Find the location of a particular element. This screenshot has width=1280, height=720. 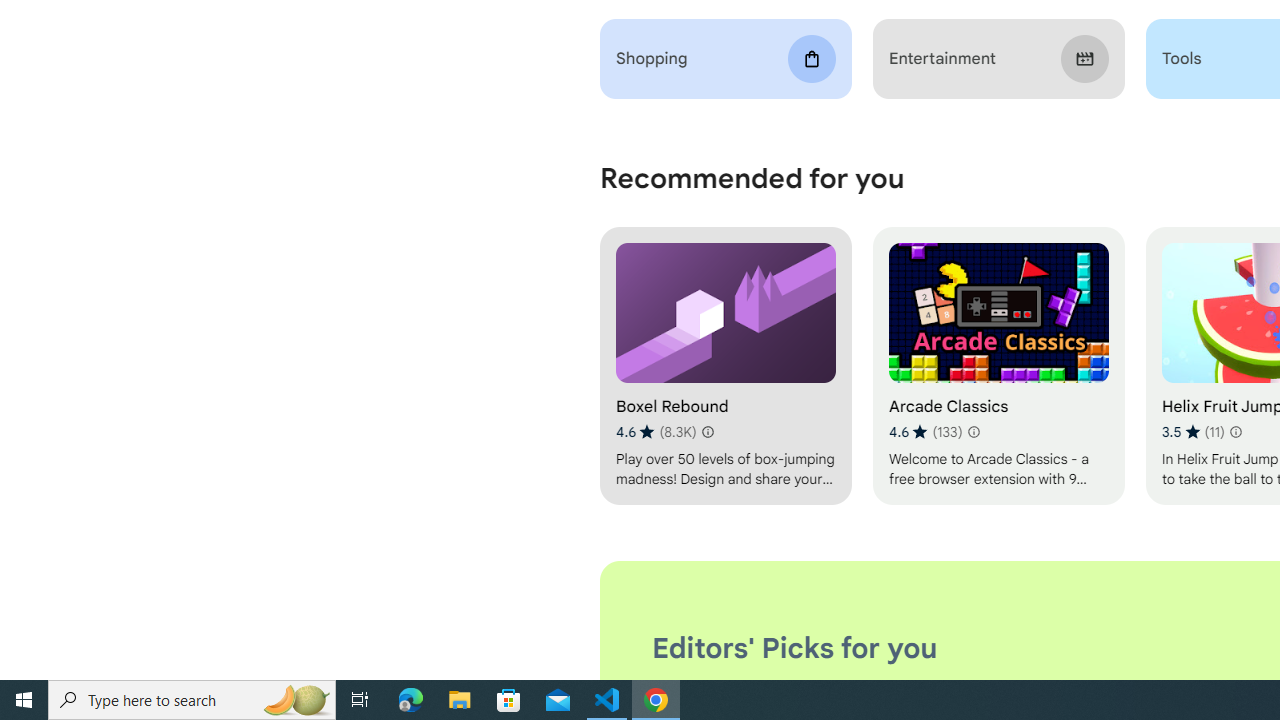

'Entertainment' is located at coordinates (998, 58).